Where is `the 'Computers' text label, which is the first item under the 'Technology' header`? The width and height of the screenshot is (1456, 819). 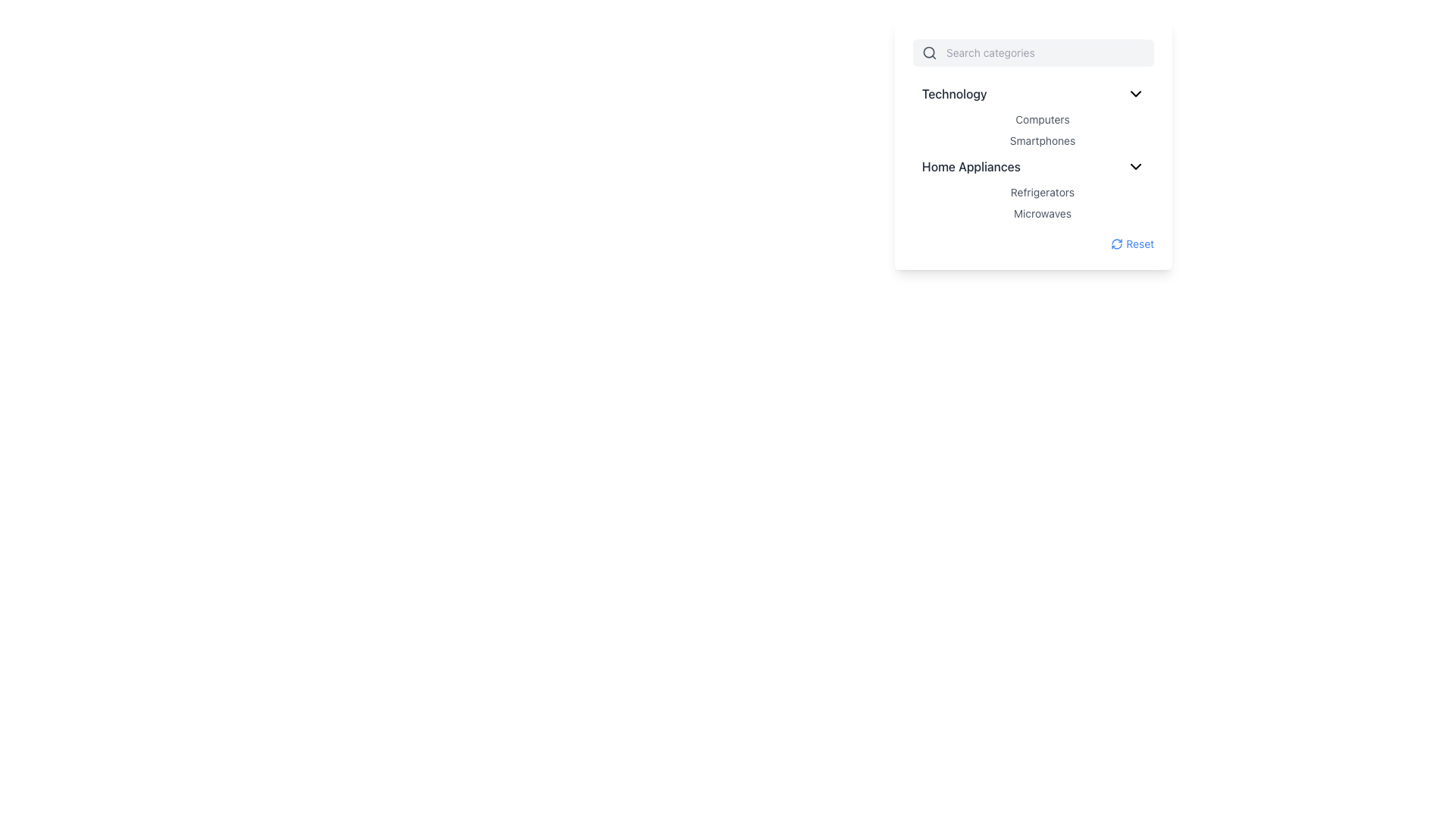
the 'Computers' text label, which is the first item under the 'Technology' header is located at coordinates (1041, 119).